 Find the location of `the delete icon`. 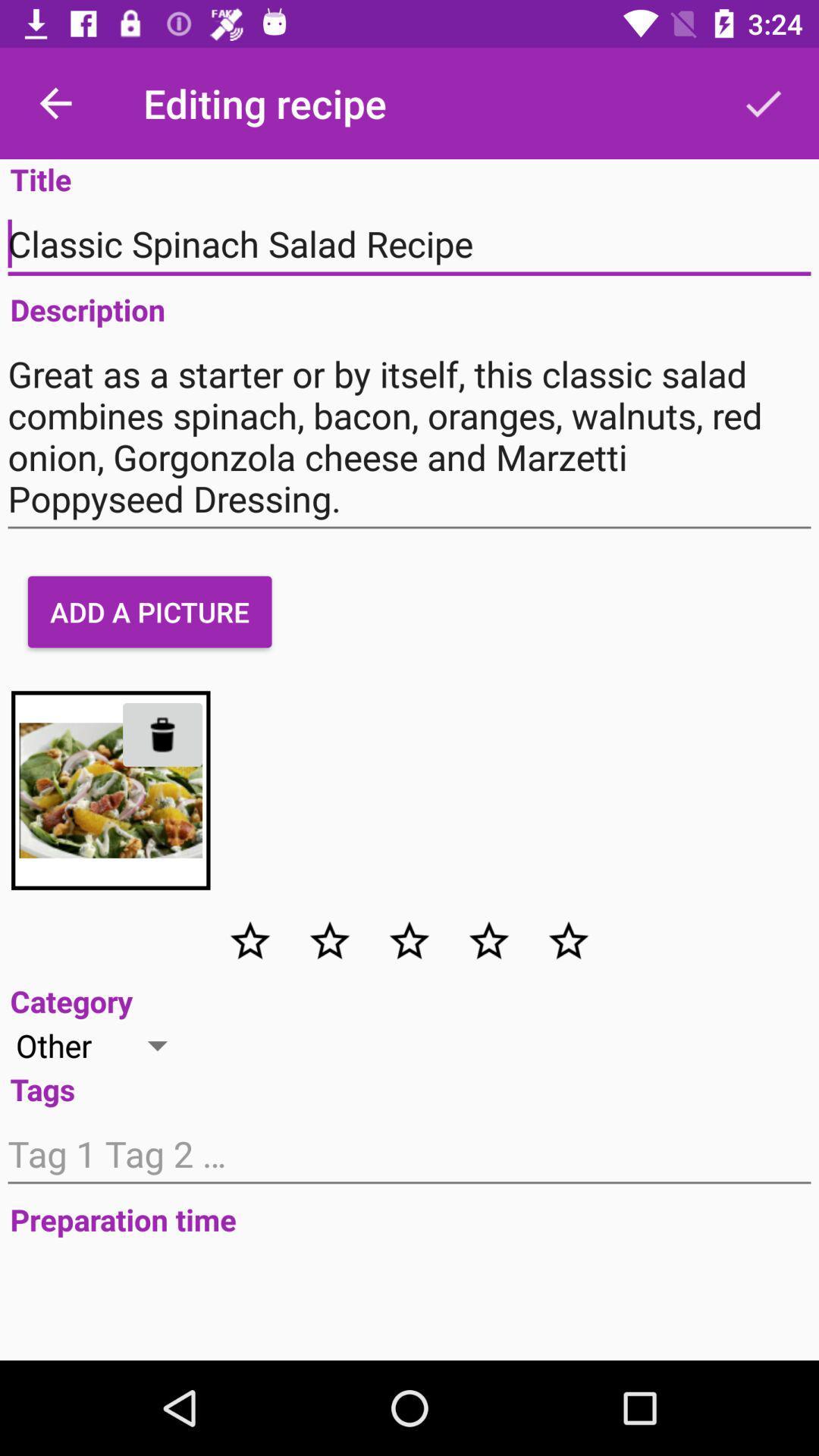

the delete icon is located at coordinates (162, 735).